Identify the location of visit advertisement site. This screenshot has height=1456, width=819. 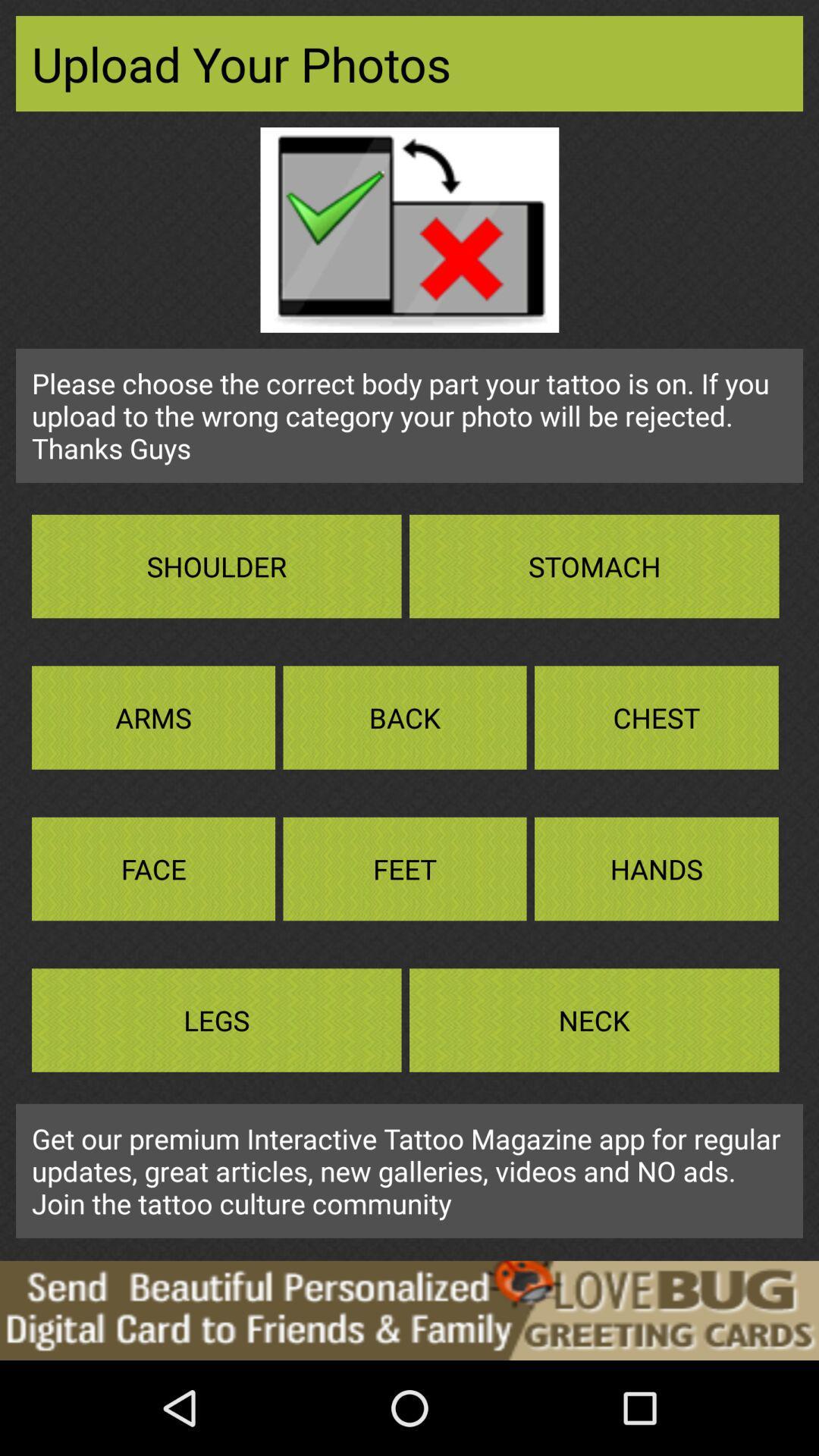
(409, 1310).